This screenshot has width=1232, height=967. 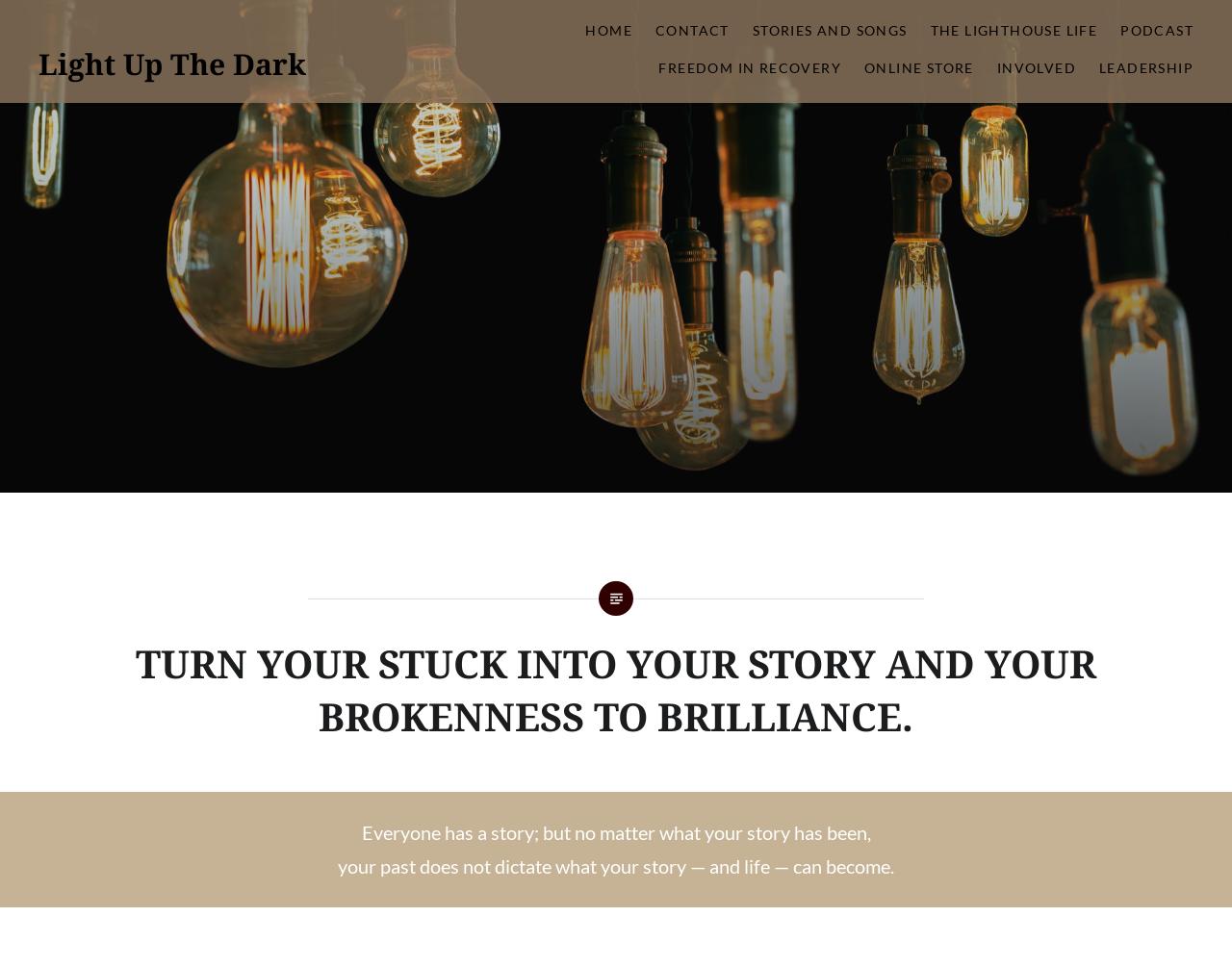 I want to click on 'Light Up The Dark', so click(x=171, y=64).